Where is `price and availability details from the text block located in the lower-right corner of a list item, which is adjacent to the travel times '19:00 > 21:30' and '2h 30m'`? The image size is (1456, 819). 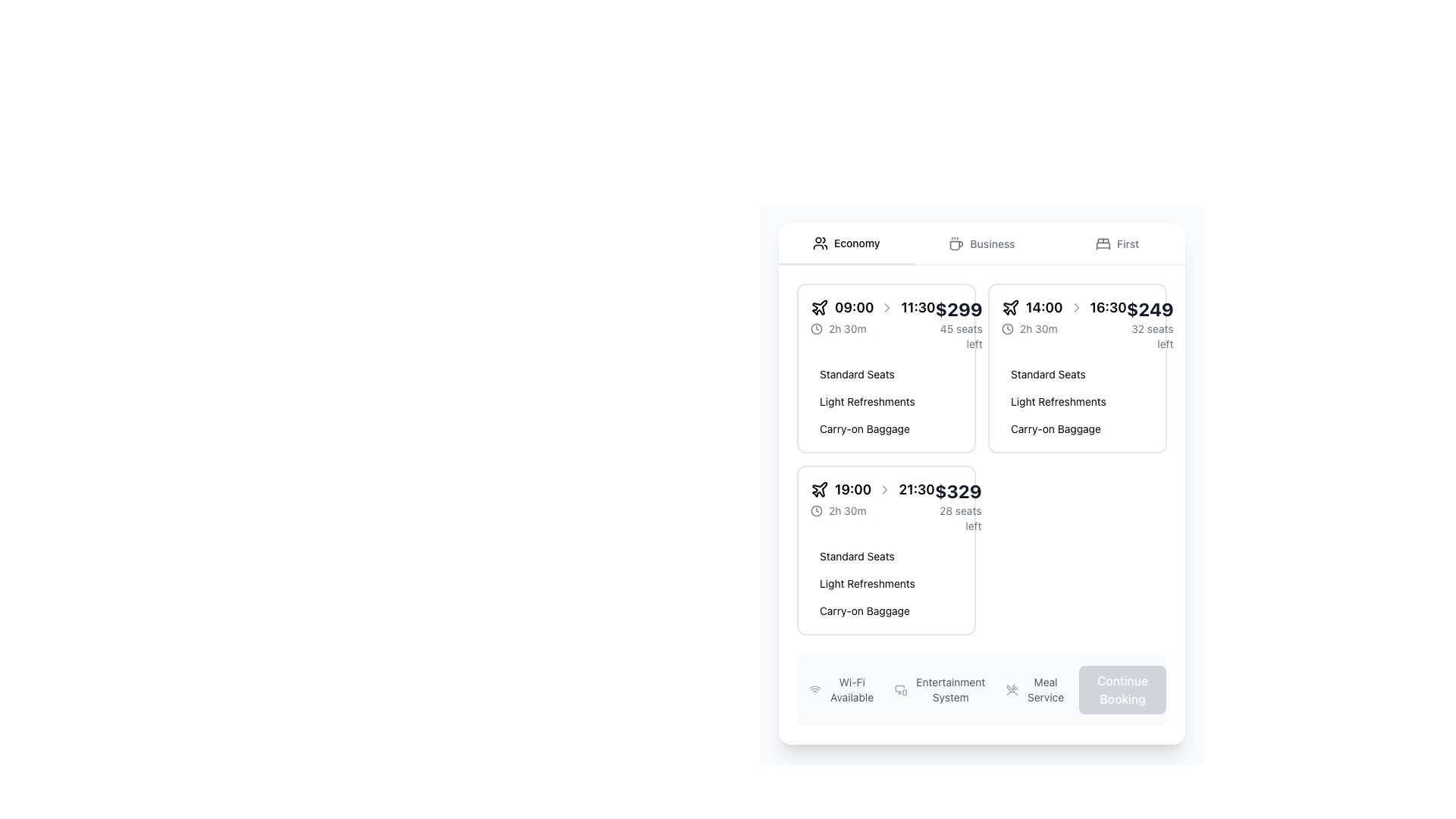
price and availability details from the text block located in the lower-right corner of a list item, which is adjacent to the travel times '19:00 > 21:30' and '2h 30m' is located at coordinates (957, 506).